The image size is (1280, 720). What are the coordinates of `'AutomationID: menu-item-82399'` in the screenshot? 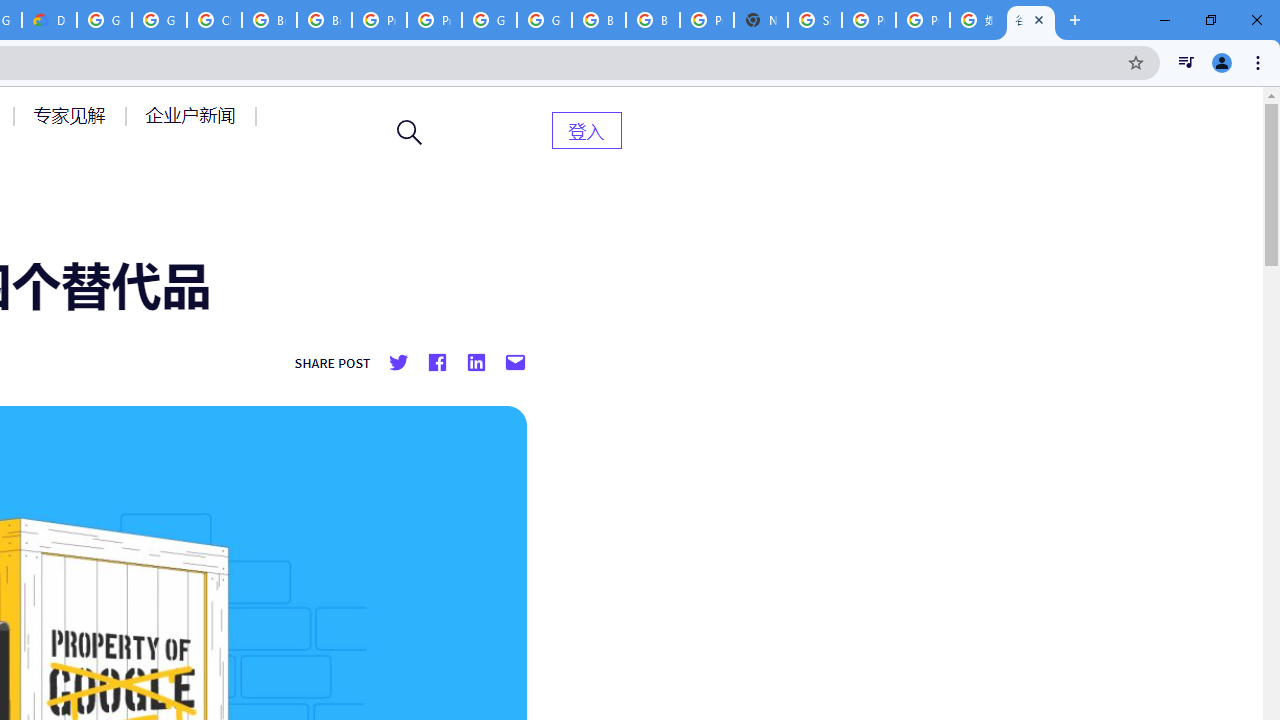 It's located at (585, 129).